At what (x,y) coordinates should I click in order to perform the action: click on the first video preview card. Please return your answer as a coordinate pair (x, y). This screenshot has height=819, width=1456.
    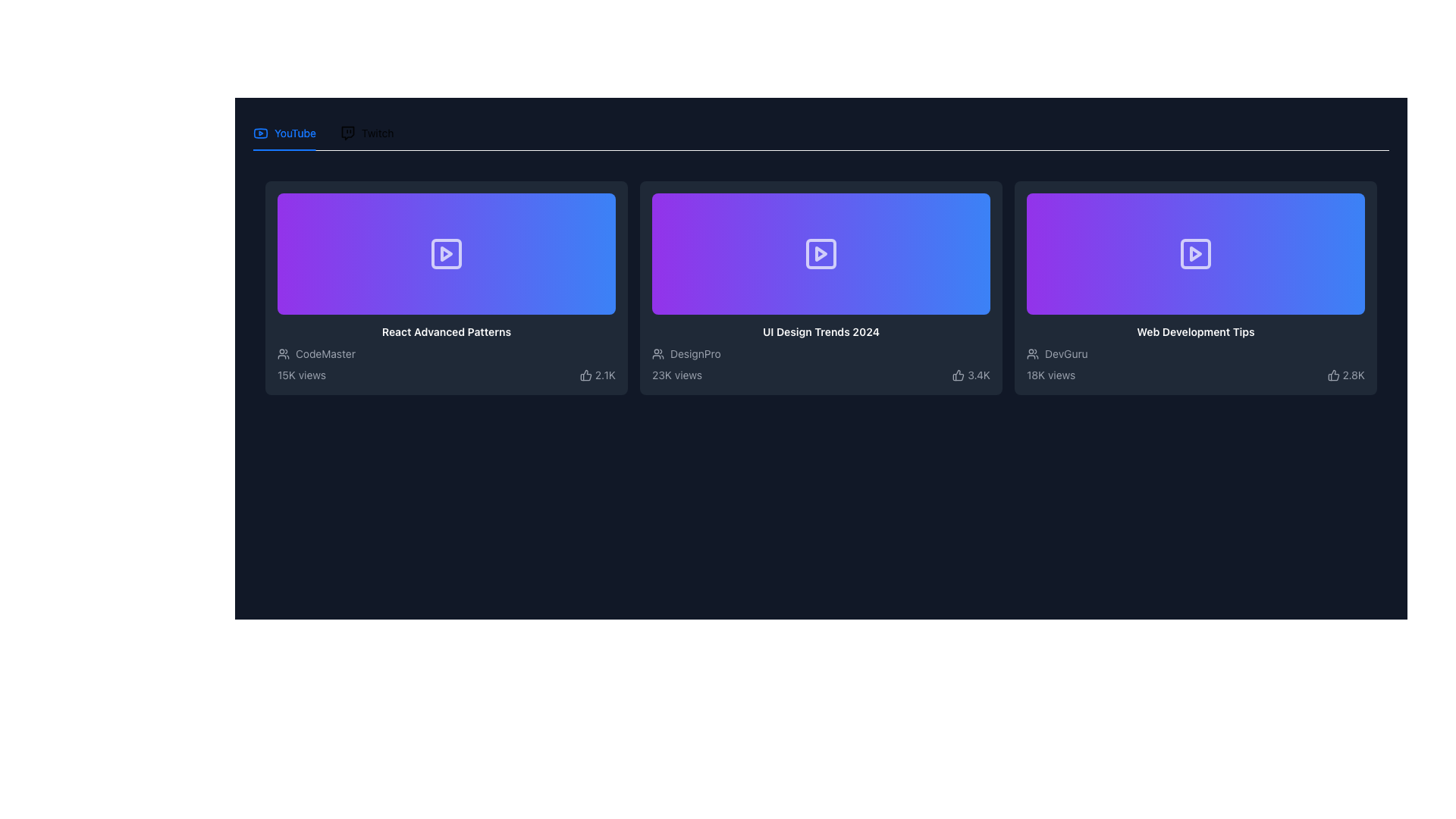
    Looking at the image, I should click on (446, 288).